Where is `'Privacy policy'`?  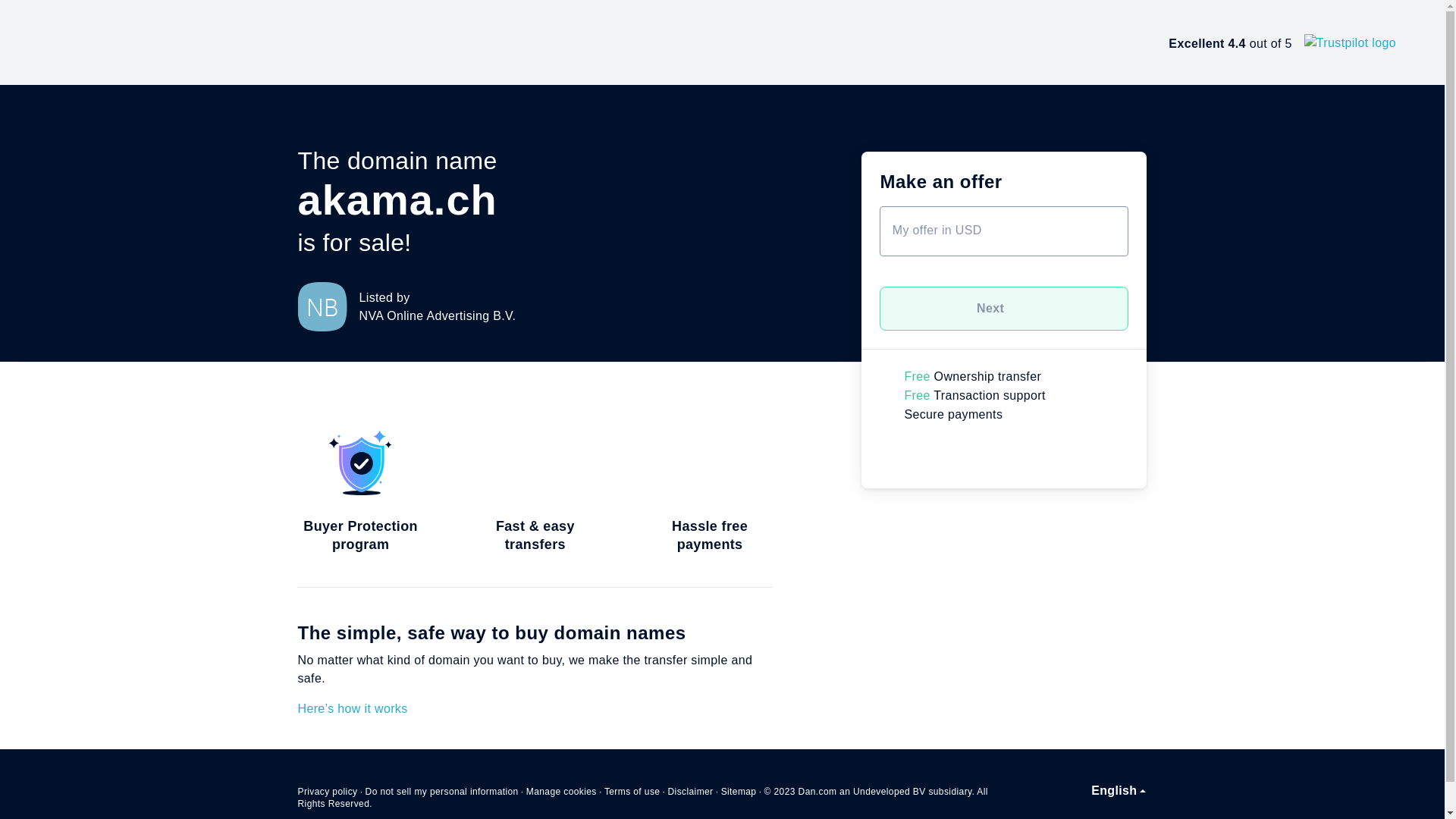
'Privacy policy' is located at coordinates (326, 791).